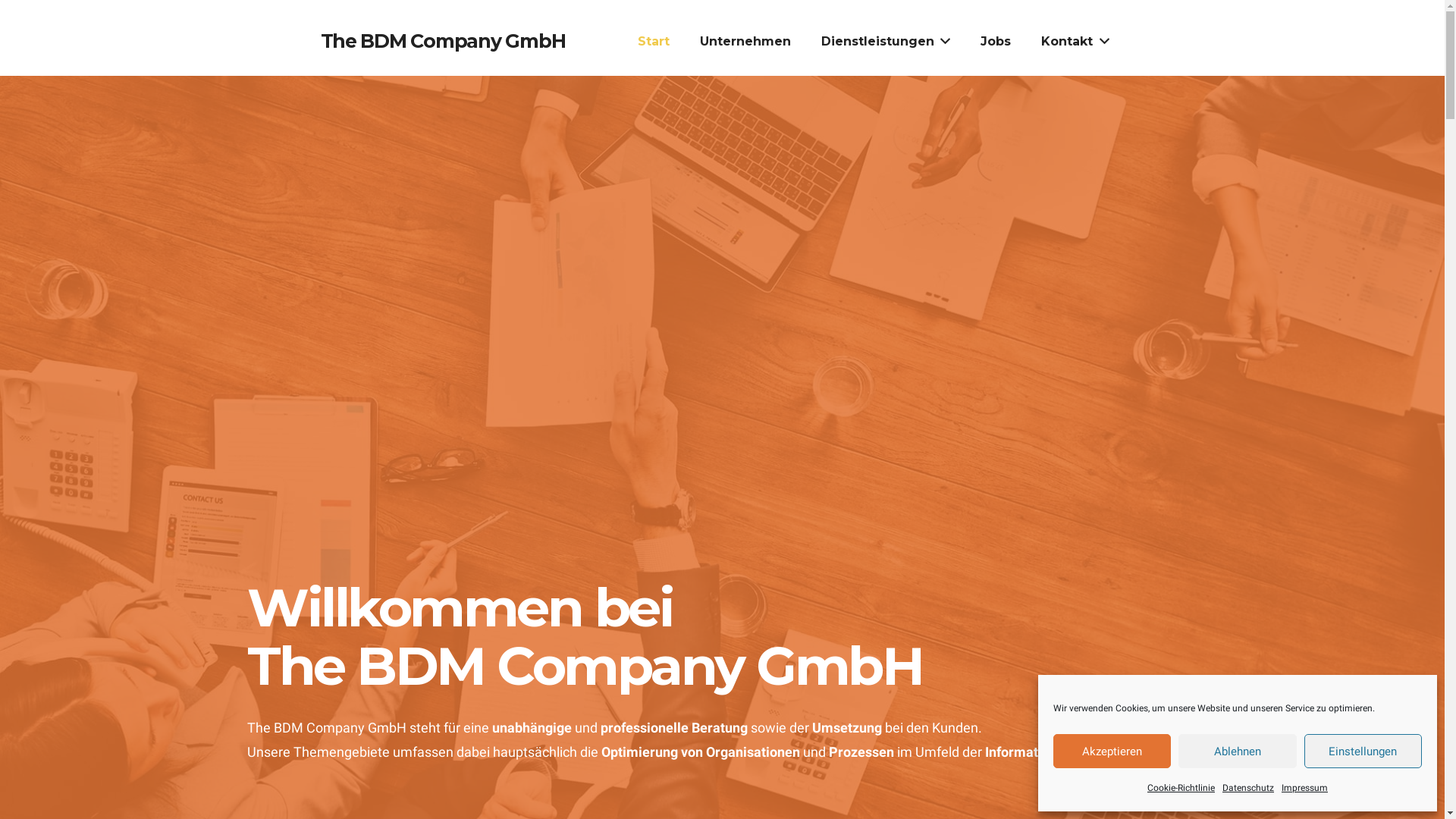  What do you see at coordinates (805, 40) in the screenshot?
I see `'Dienstleistungen'` at bounding box center [805, 40].